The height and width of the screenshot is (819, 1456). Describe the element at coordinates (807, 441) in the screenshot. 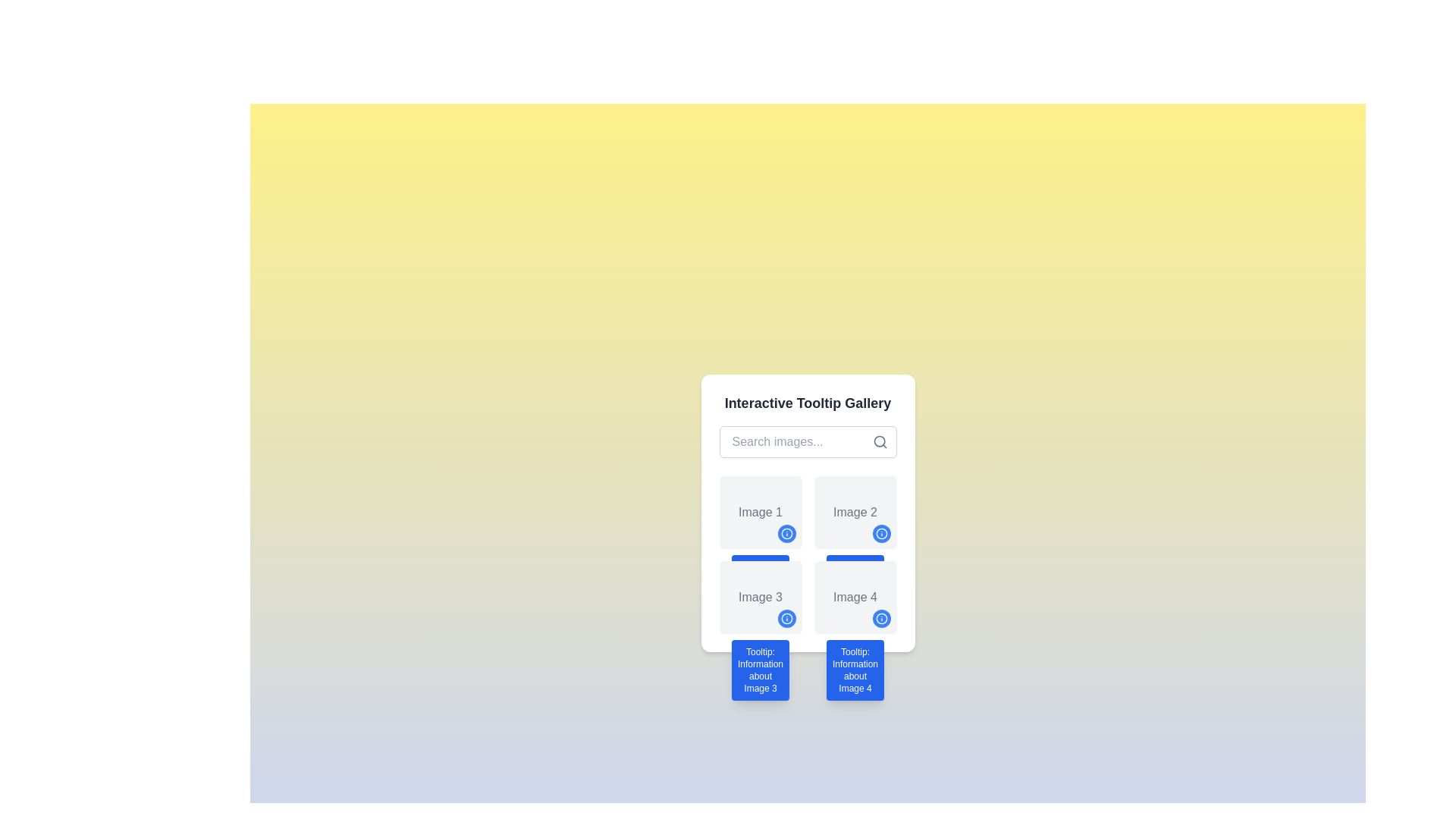

I see `the magnifying glass icon located to the right of the search input box with placeholder text 'Search images...' in the 'Interactive Tooltip Gallery' card` at that location.